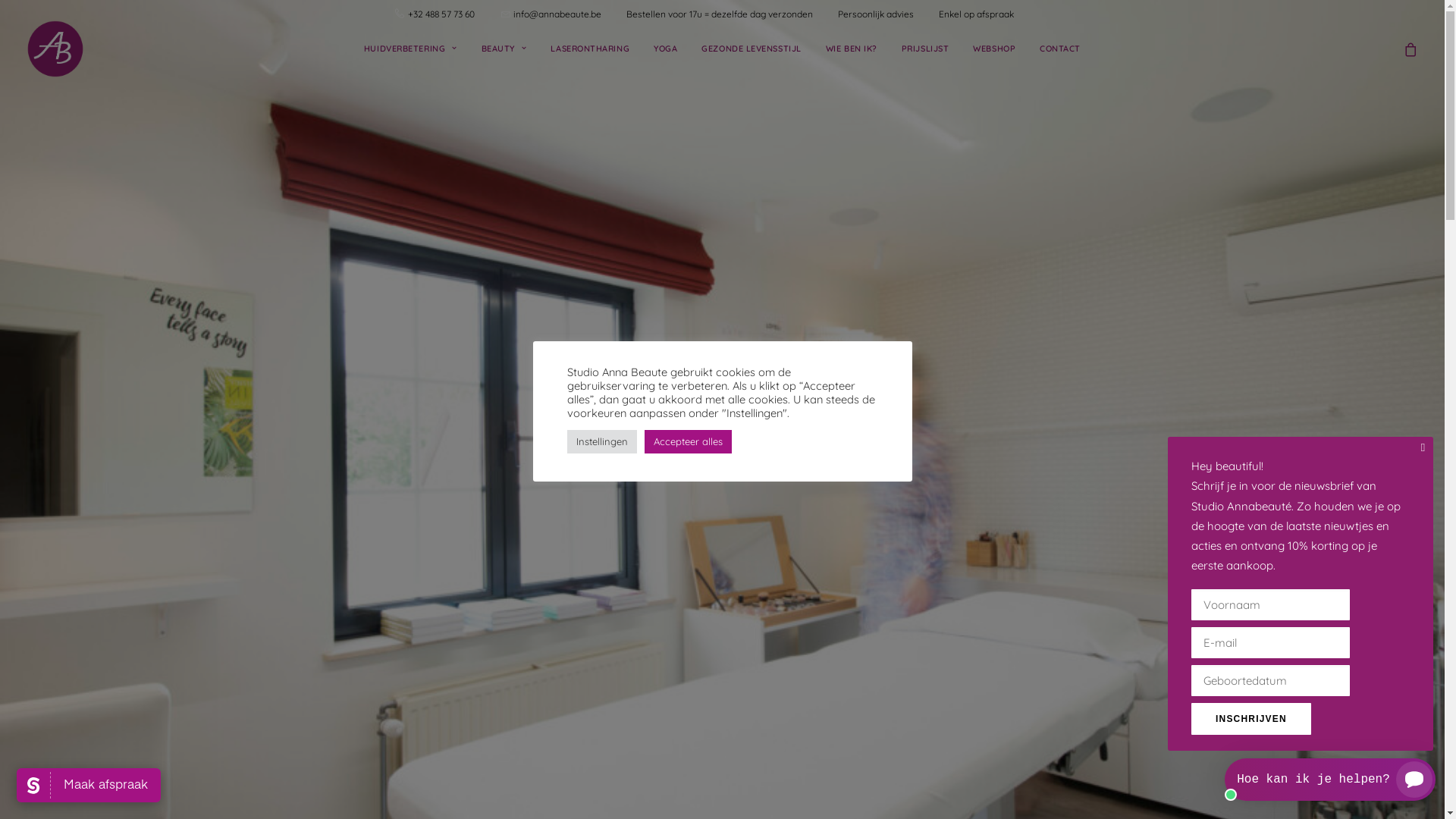  What do you see at coordinates (451, 14) in the screenshot?
I see `'+32 488 57 73 60'` at bounding box center [451, 14].